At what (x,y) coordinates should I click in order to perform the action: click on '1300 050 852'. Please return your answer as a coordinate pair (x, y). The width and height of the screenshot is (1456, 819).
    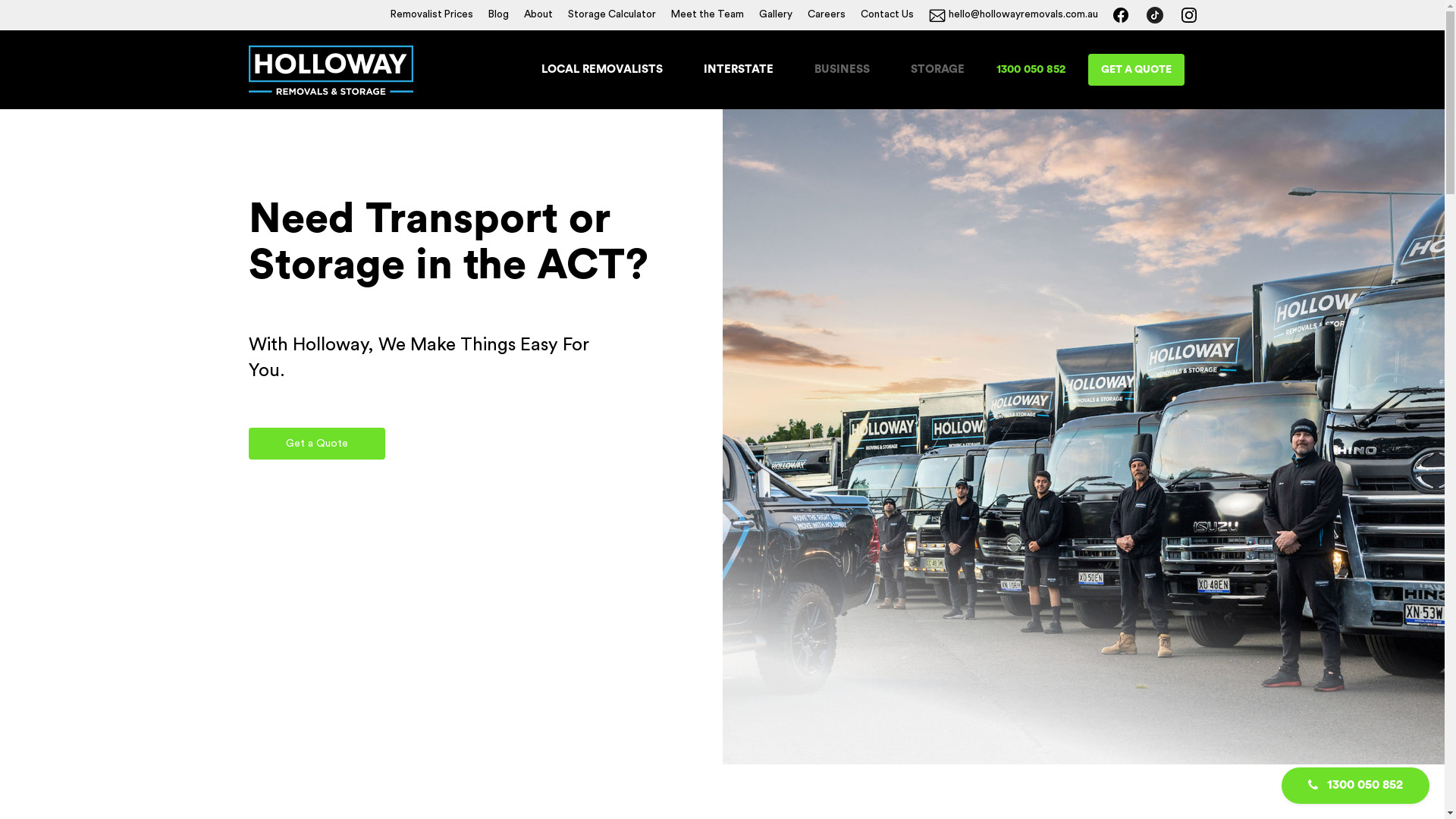
    Looking at the image, I should click on (1031, 69).